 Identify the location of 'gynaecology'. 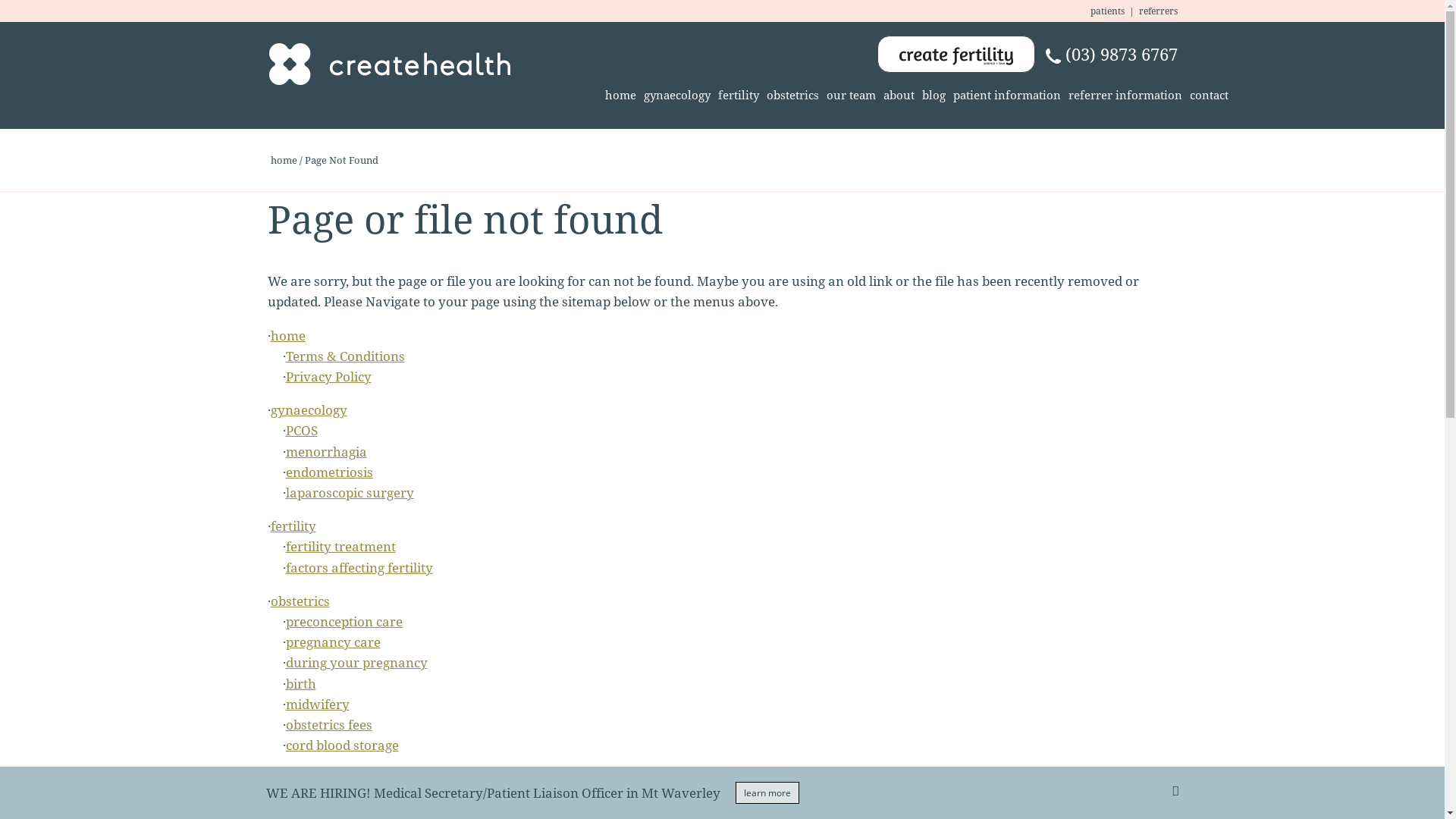
(307, 409).